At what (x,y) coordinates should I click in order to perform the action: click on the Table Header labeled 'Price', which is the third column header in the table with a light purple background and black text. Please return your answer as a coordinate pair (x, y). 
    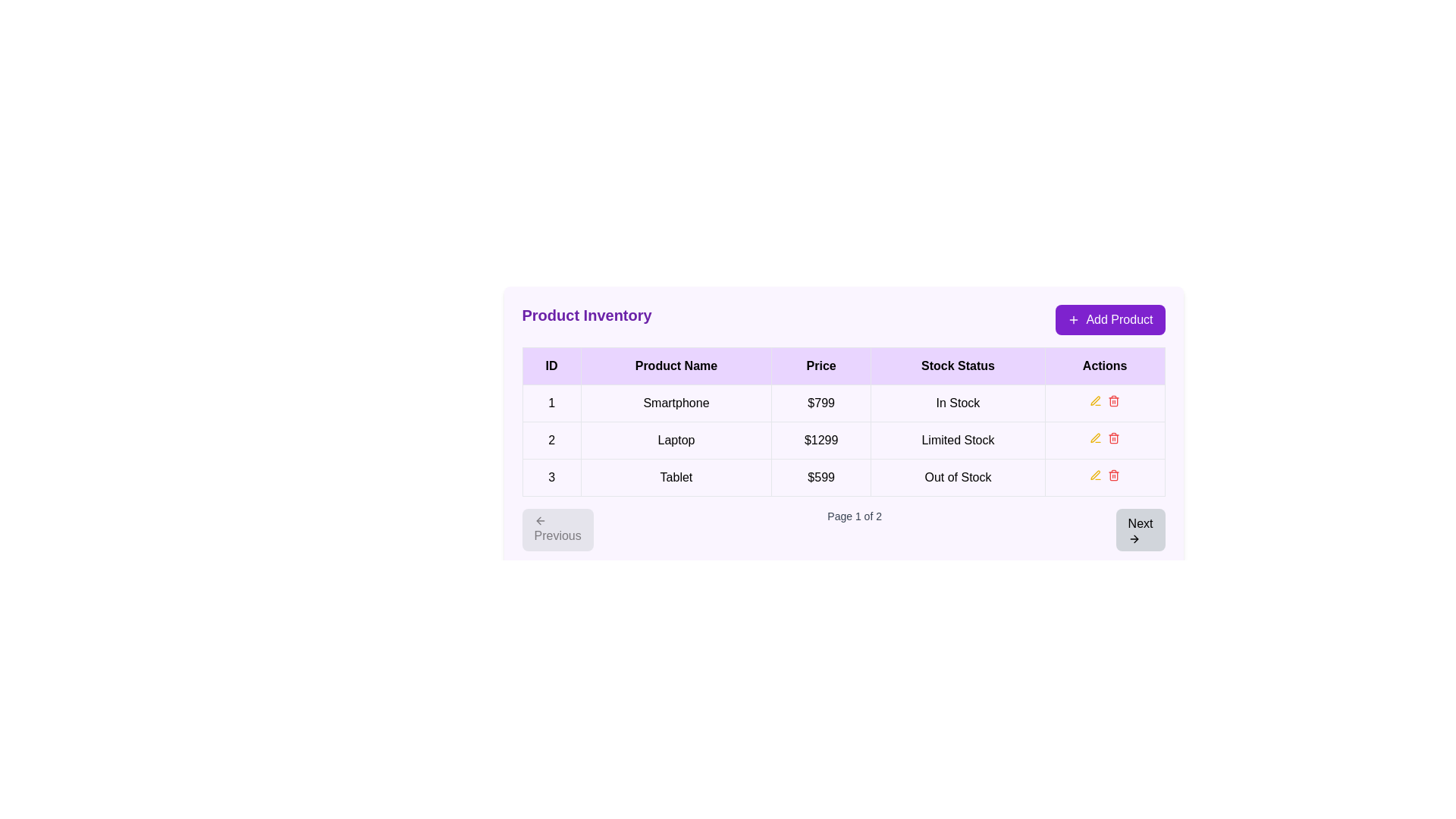
    Looking at the image, I should click on (821, 366).